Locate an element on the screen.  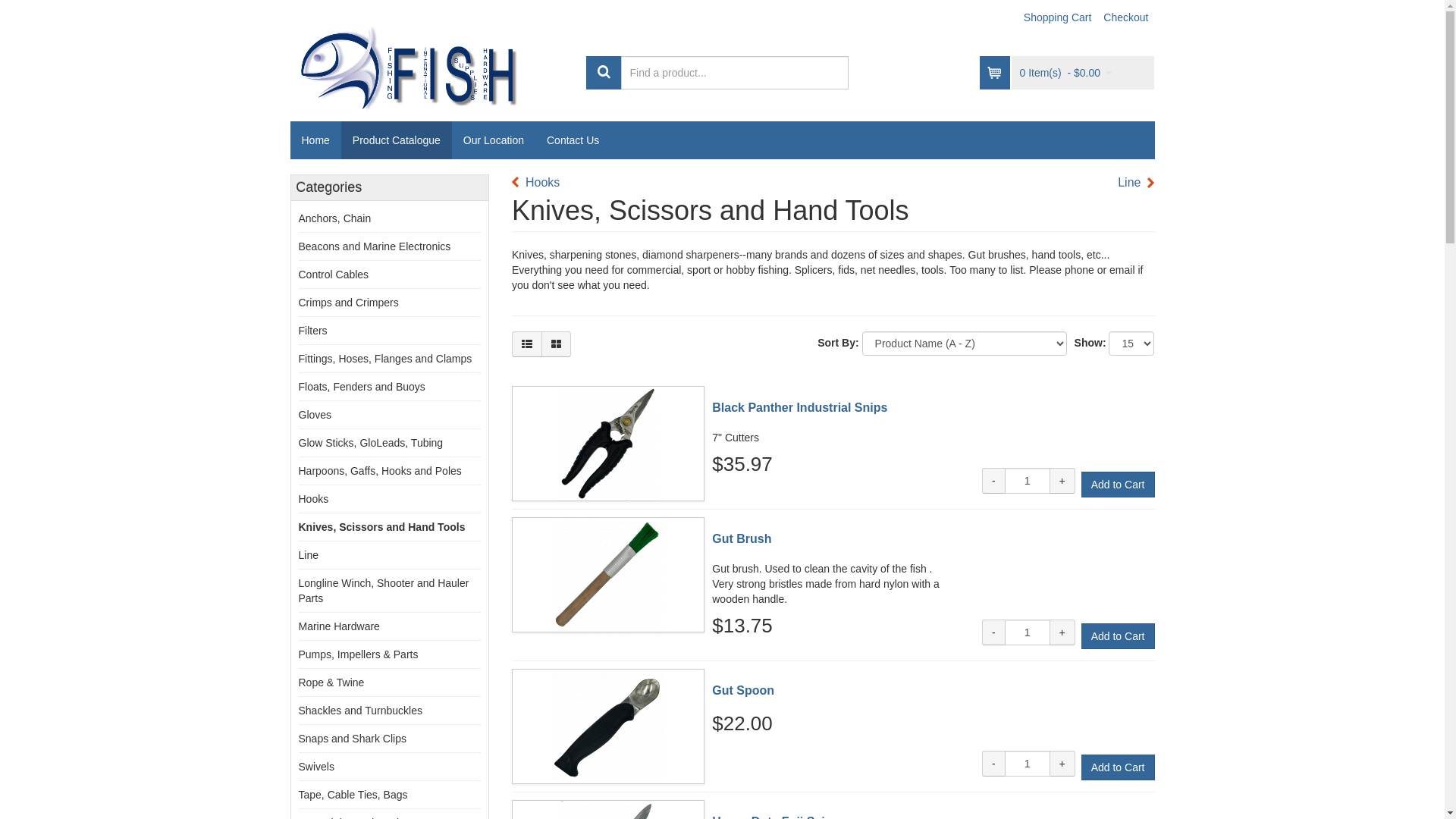
'Knives, Scissors and Hand Tools' is located at coordinates (382, 526).